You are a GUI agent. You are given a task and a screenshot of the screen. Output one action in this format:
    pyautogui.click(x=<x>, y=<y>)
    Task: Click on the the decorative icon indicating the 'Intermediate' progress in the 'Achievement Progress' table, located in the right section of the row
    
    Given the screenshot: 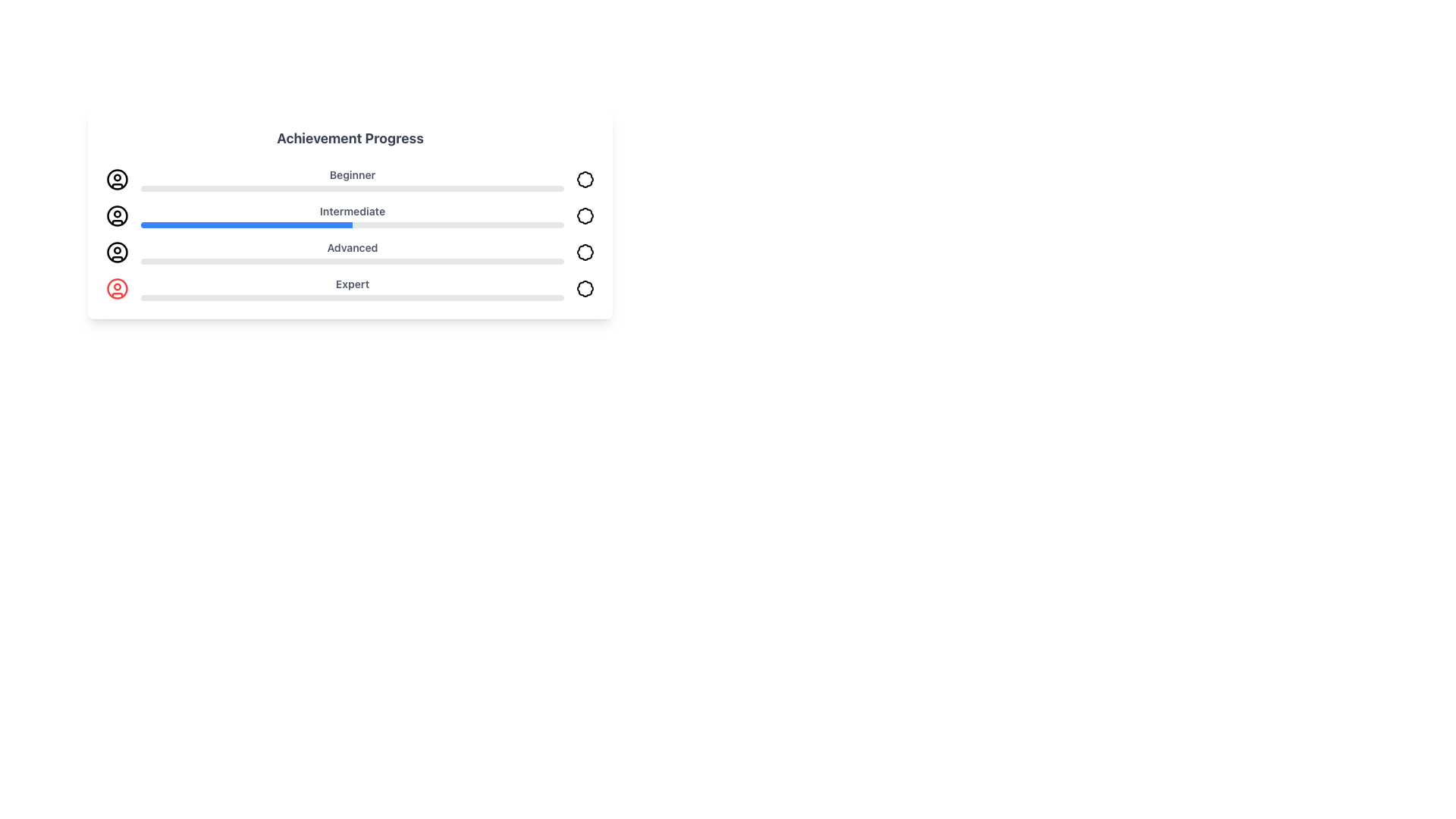 What is the action you would take?
    pyautogui.click(x=585, y=216)
    